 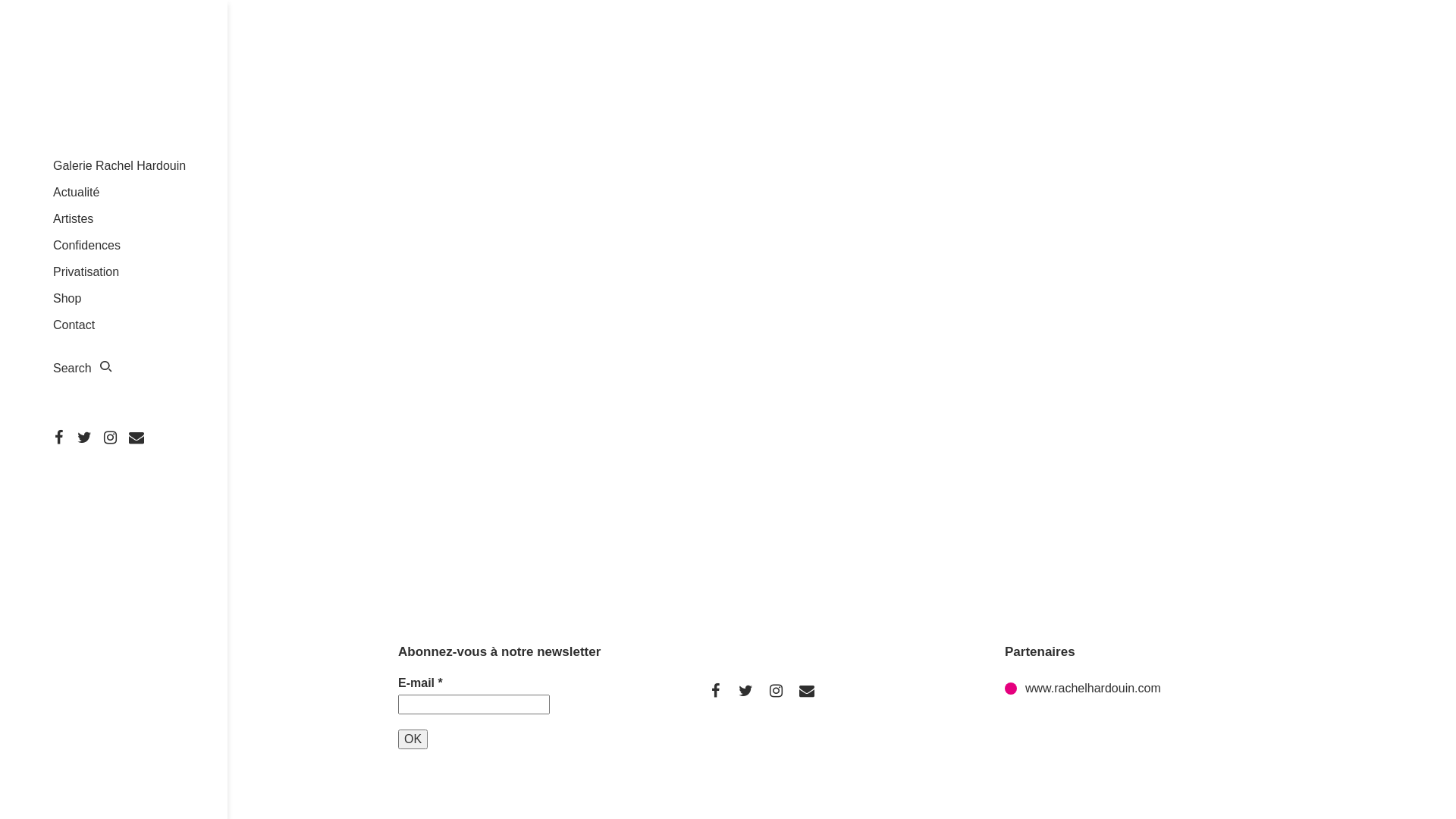 I want to click on 'www.rachelhardouin.com', so click(x=1004, y=688).